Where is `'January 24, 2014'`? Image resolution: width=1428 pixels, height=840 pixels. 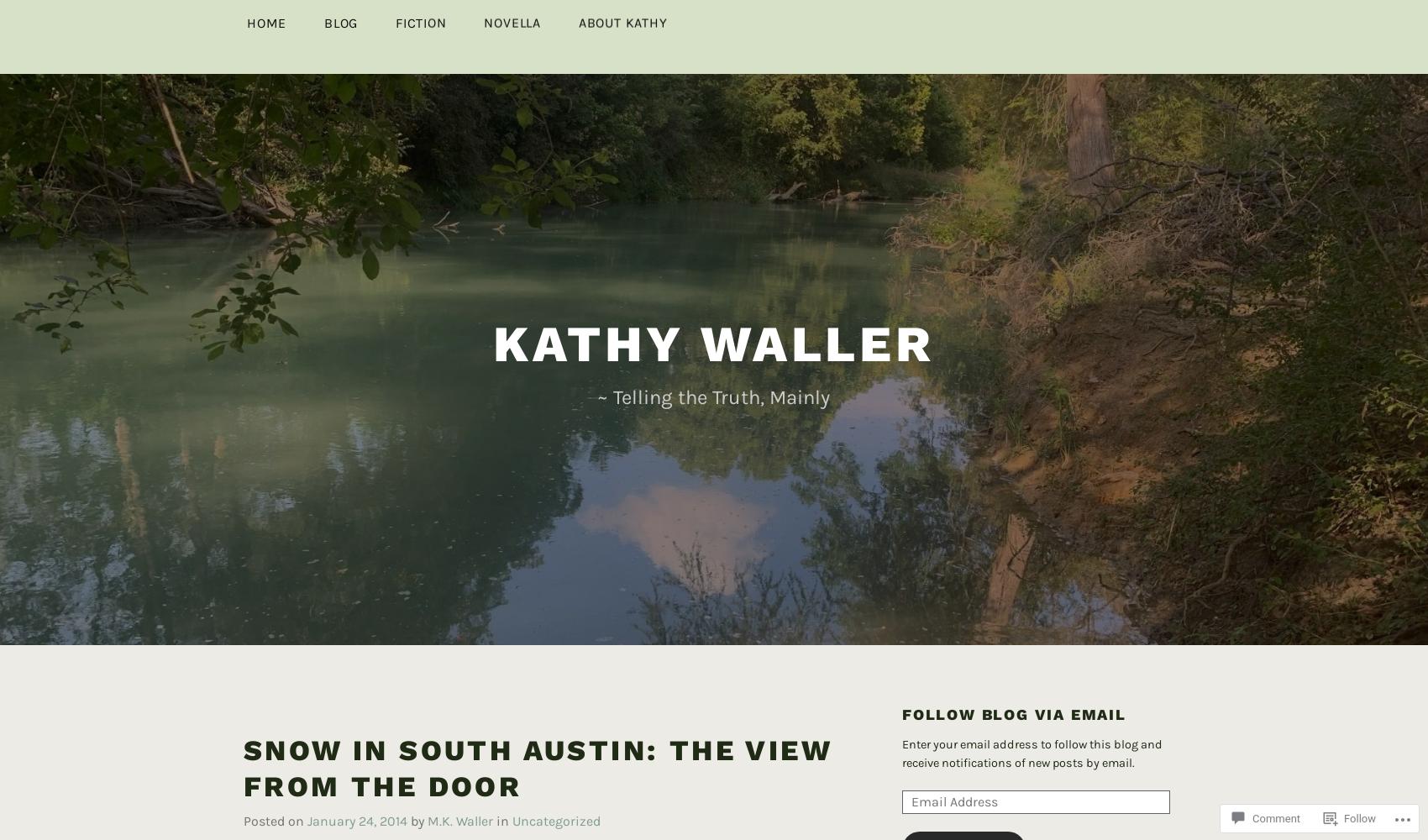
'January 24, 2014' is located at coordinates (357, 792).